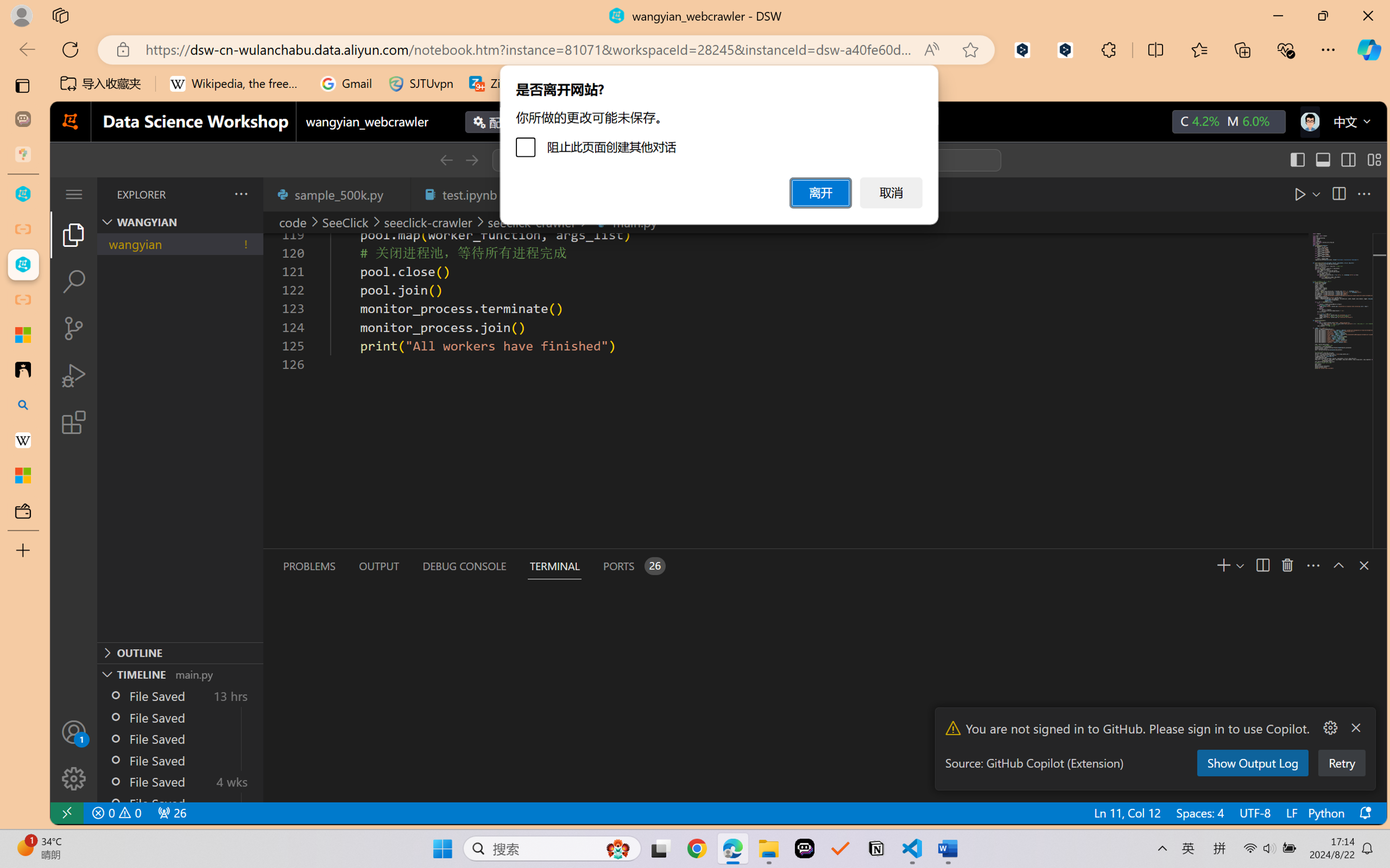 The height and width of the screenshot is (868, 1390). Describe the element at coordinates (554, 566) in the screenshot. I see `'Terminal (Ctrl+`)'` at that location.